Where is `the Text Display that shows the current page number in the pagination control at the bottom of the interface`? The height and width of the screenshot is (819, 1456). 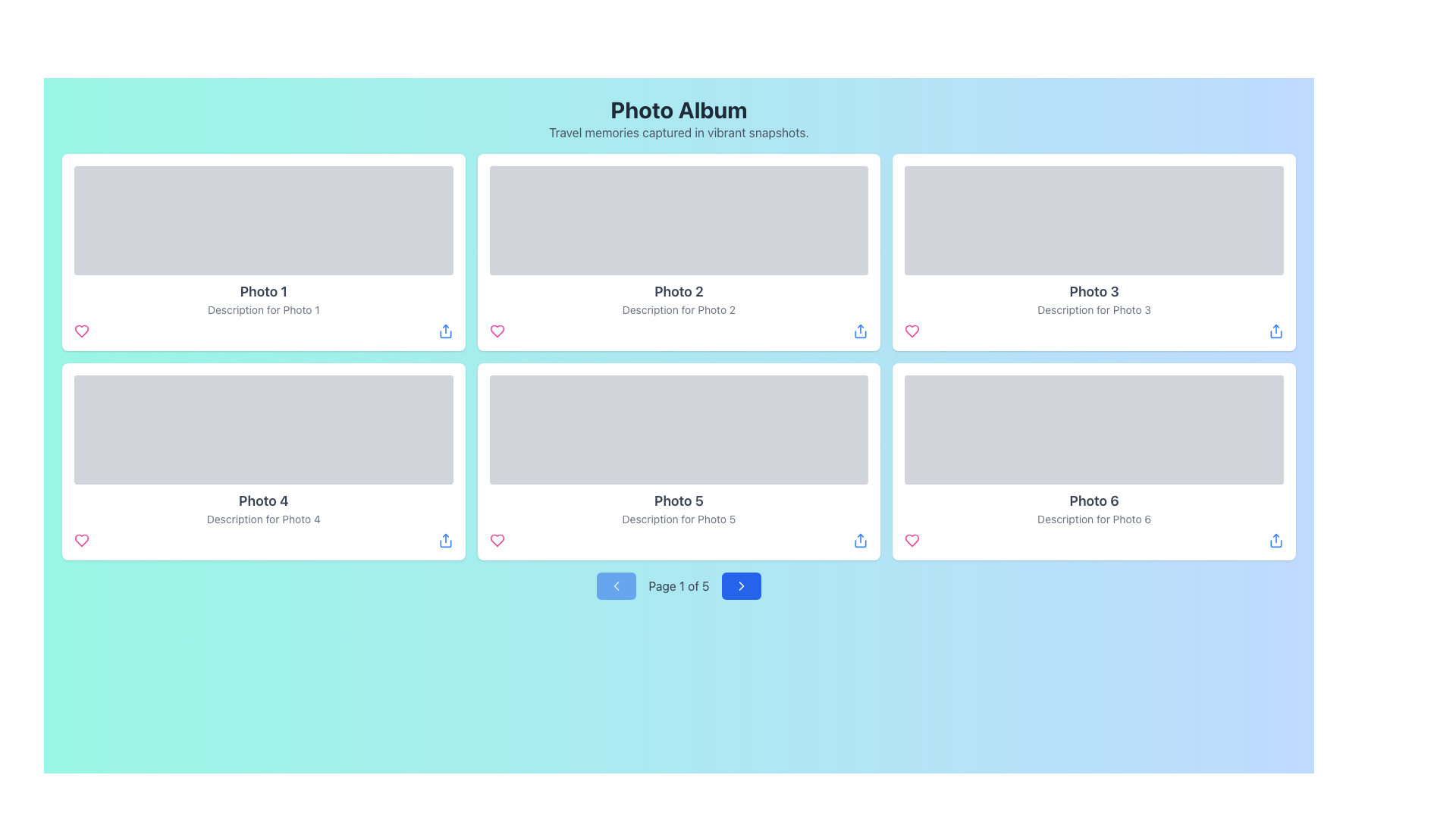 the Text Display that shows the current page number in the pagination control at the bottom of the interface is located at coordinates (678, 585).